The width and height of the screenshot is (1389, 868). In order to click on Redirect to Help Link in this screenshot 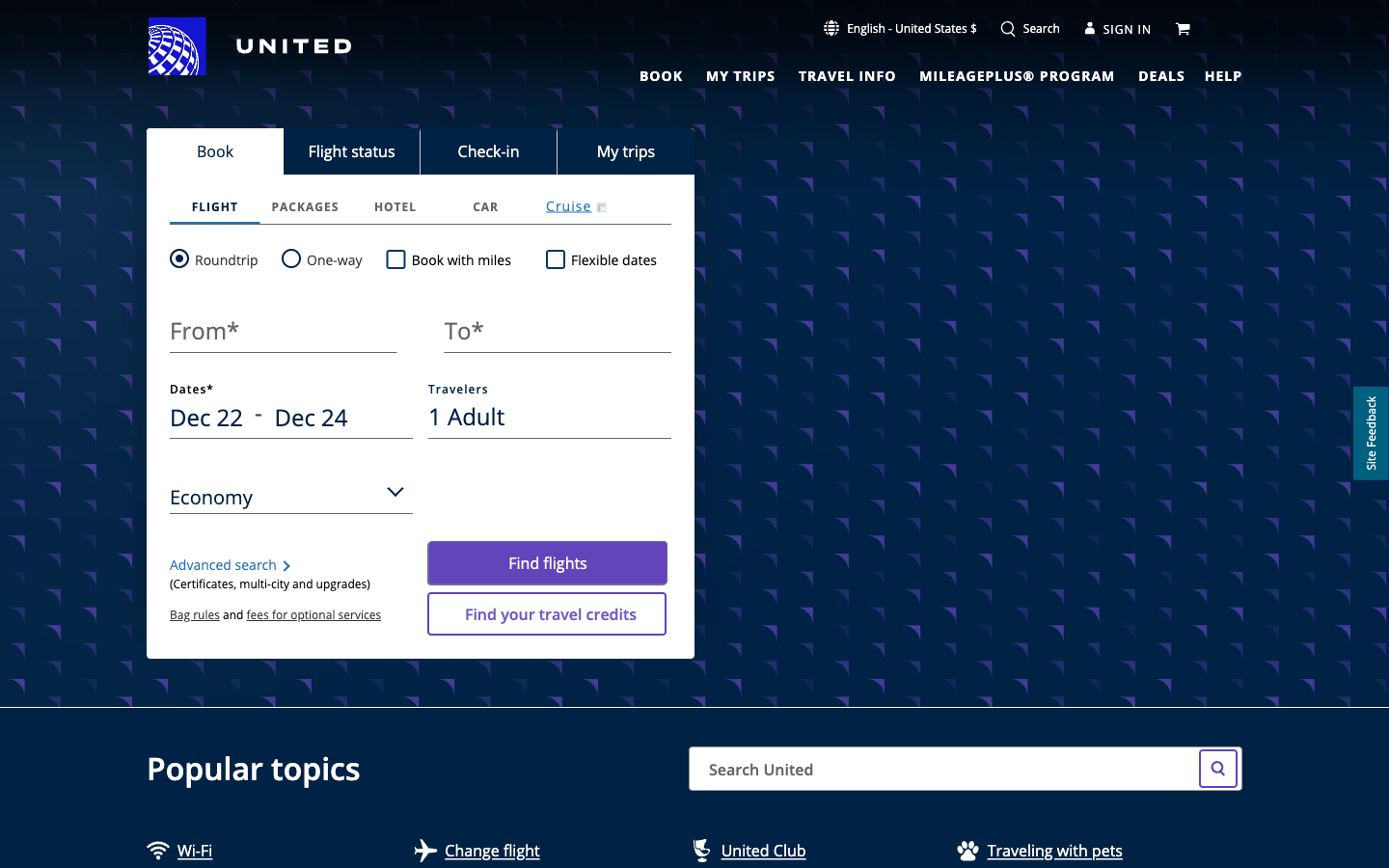, I will do `click(1223, 73)`.